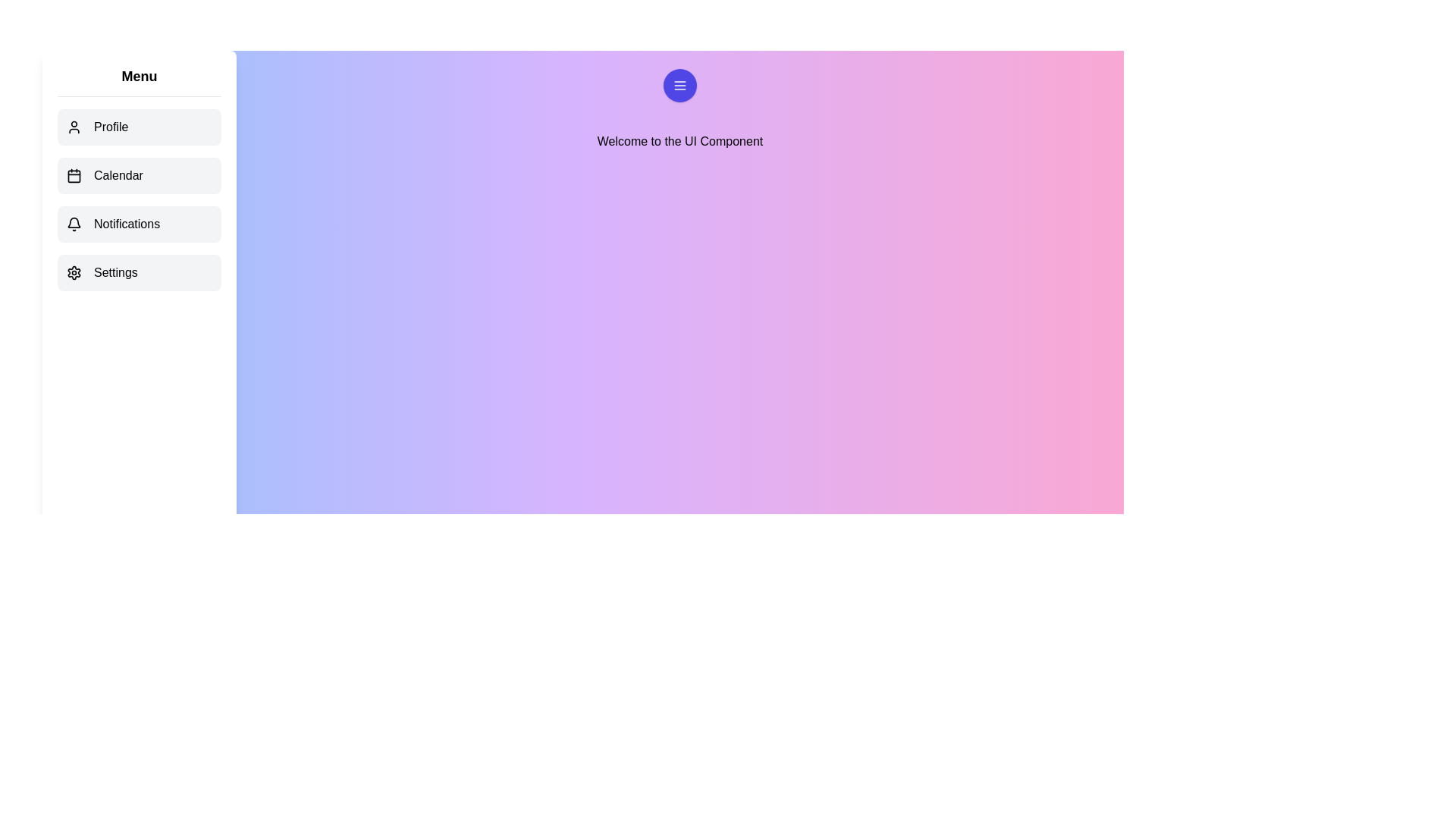 The image size is (1456, 819). What do you see at coordinates (139, 127) in the screenshot?
I see `the menu item Profile to observe the hover effect` at bounding box center [139, 127].